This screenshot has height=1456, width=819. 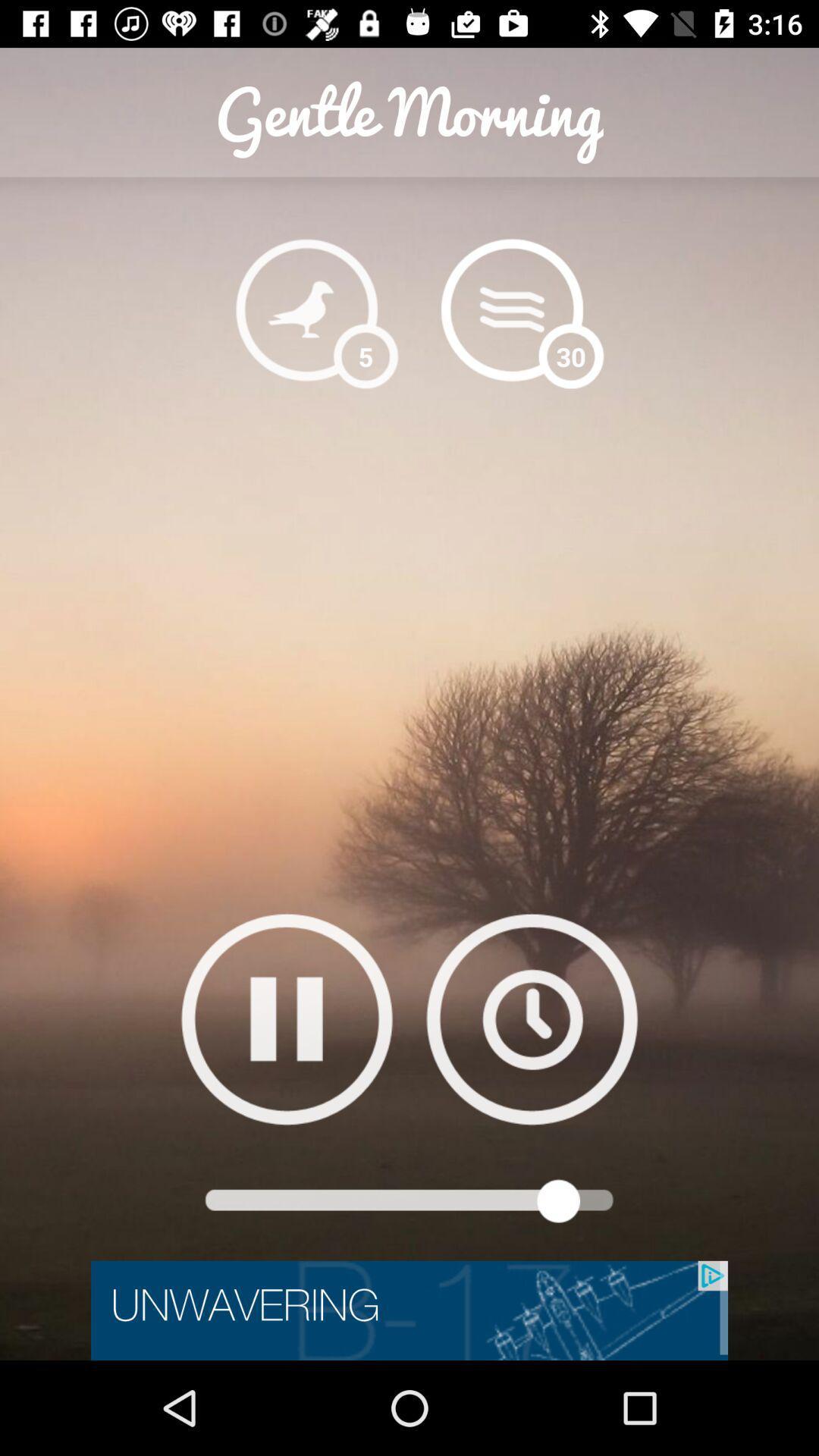 What do you see at coordinates (287, 1018) in the screenshot?
I see `pause music` at bounding box center [287, 1018].